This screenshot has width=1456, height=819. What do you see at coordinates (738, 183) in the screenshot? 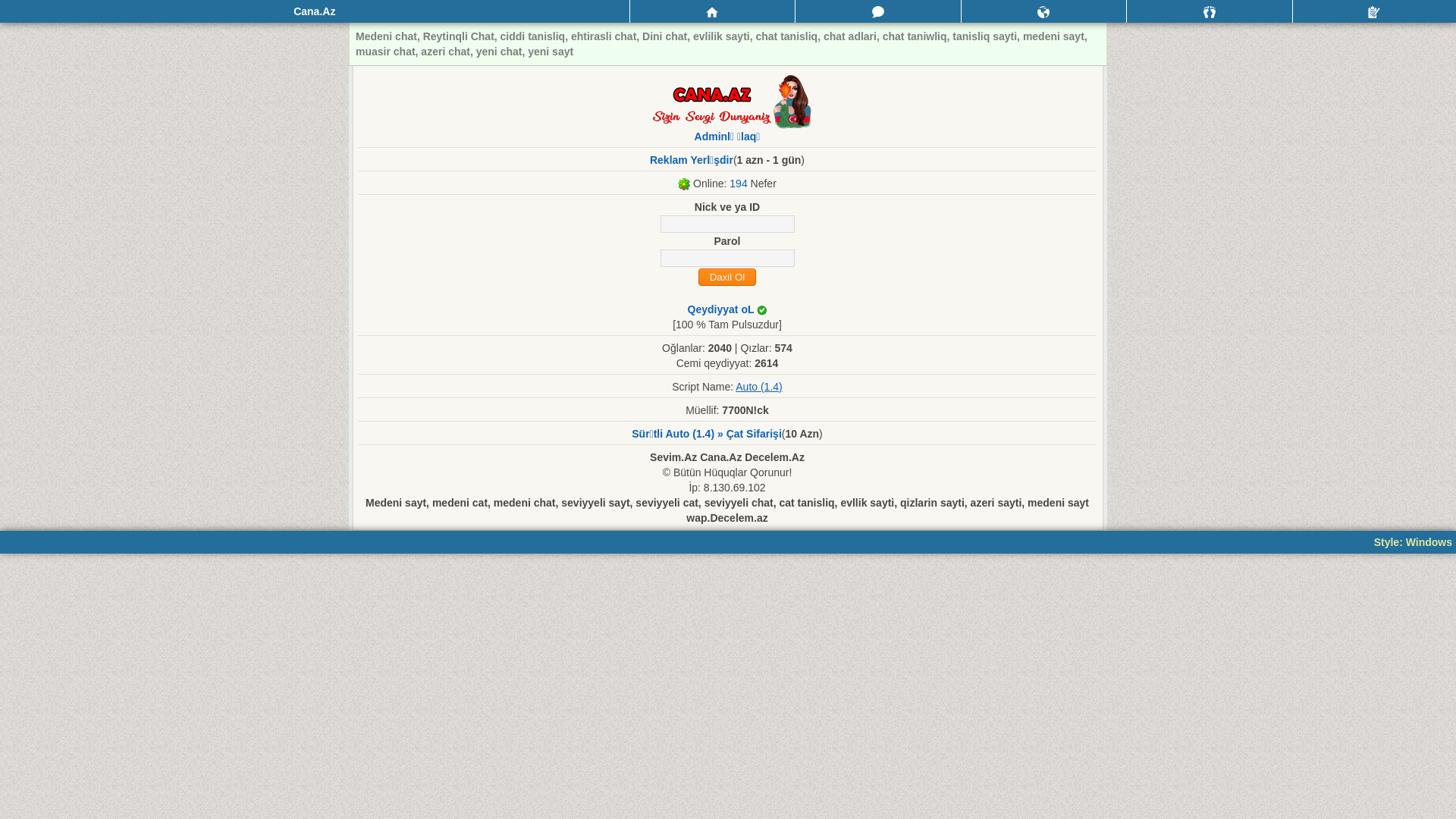
I see `'194'` at bounding box center [738, 183].